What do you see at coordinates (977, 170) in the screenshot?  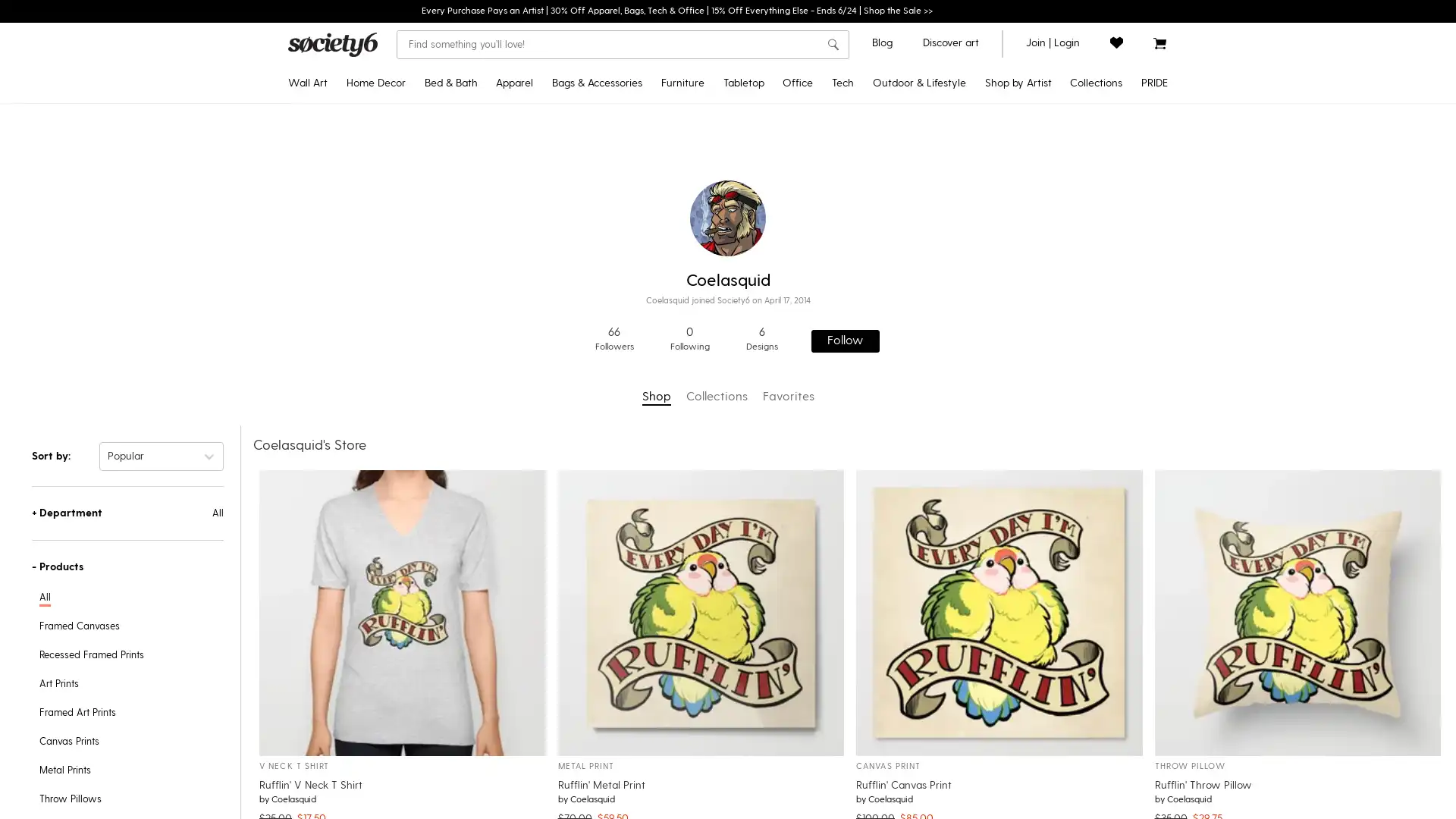 I see `Pixar` at bounding box center [977, 170].